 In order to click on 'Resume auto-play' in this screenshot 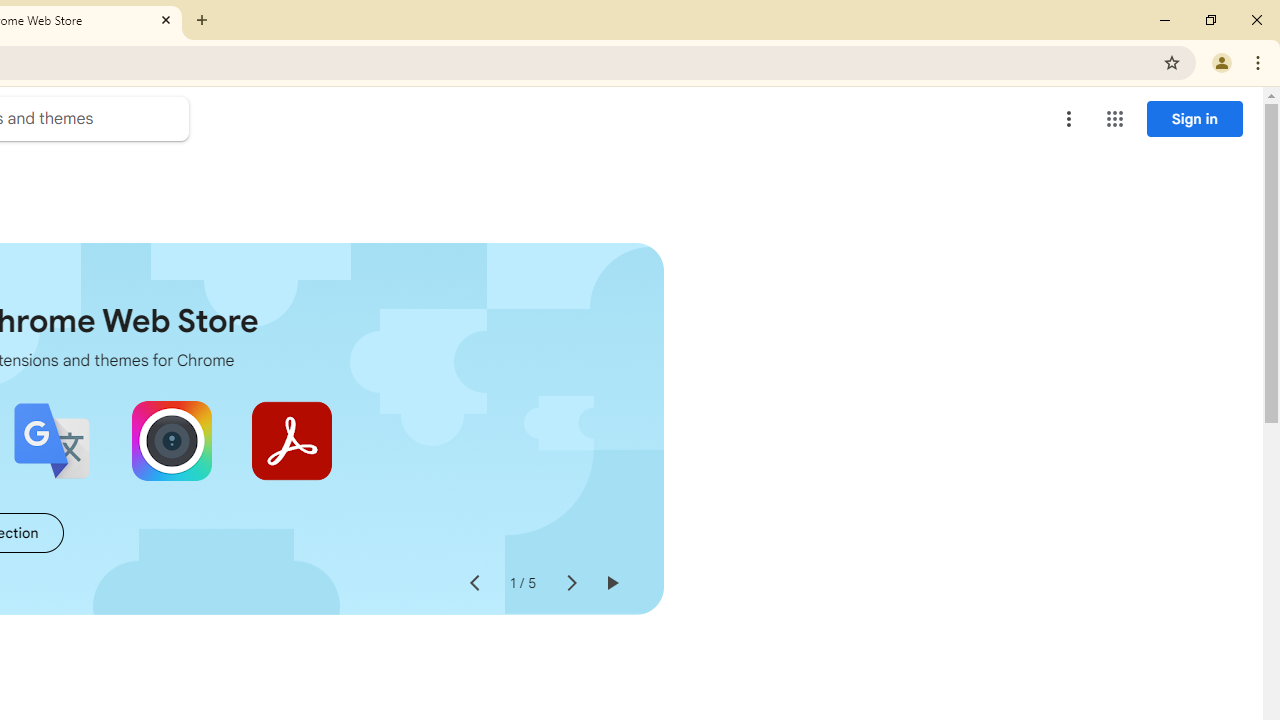, I will do `click(610, 583)`.